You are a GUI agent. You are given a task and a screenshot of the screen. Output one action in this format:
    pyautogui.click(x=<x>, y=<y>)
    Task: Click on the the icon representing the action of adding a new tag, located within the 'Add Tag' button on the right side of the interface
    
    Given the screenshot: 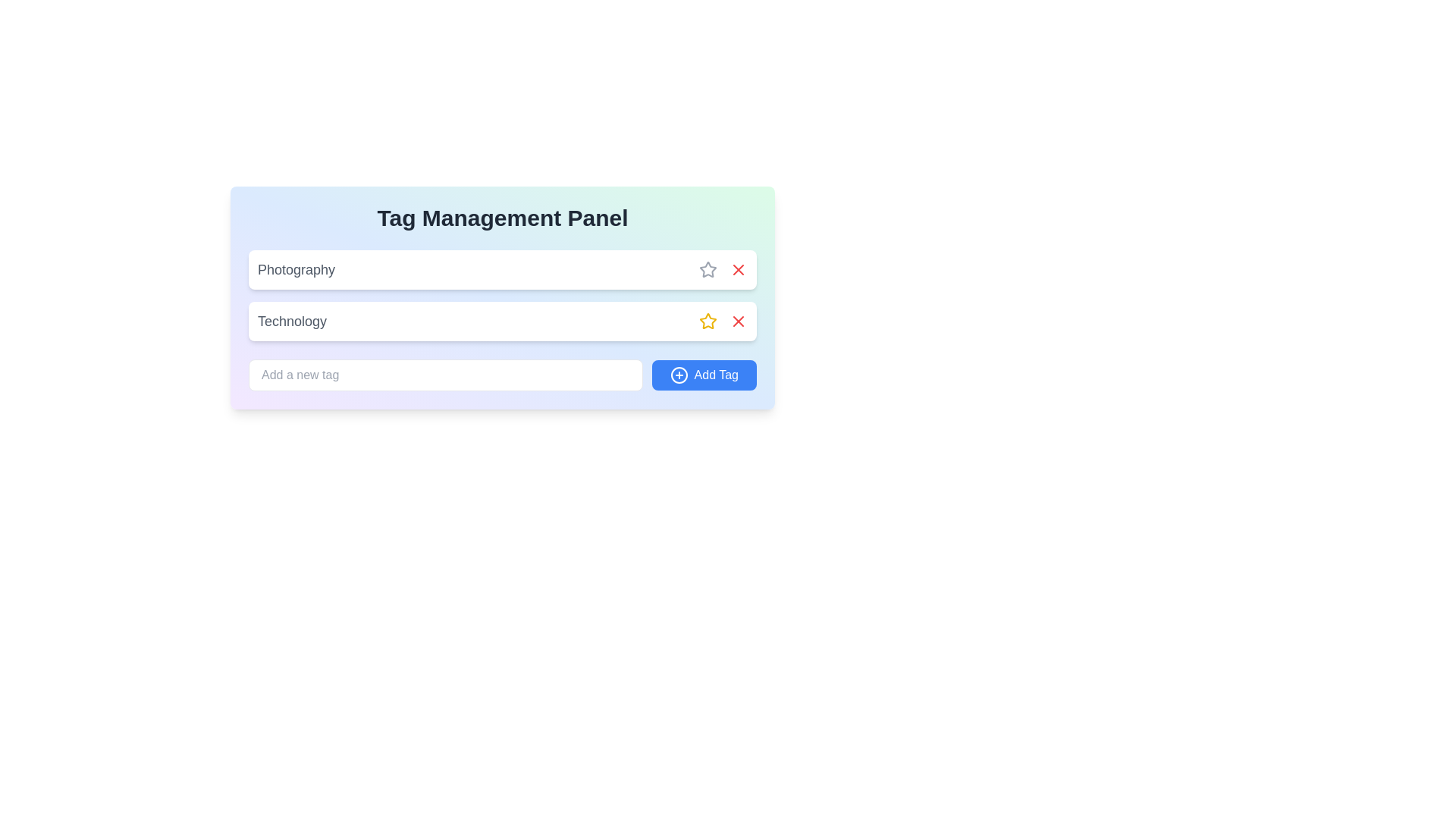 What is the action you would take?
    pyautogui.click(x=678, y=375)
    